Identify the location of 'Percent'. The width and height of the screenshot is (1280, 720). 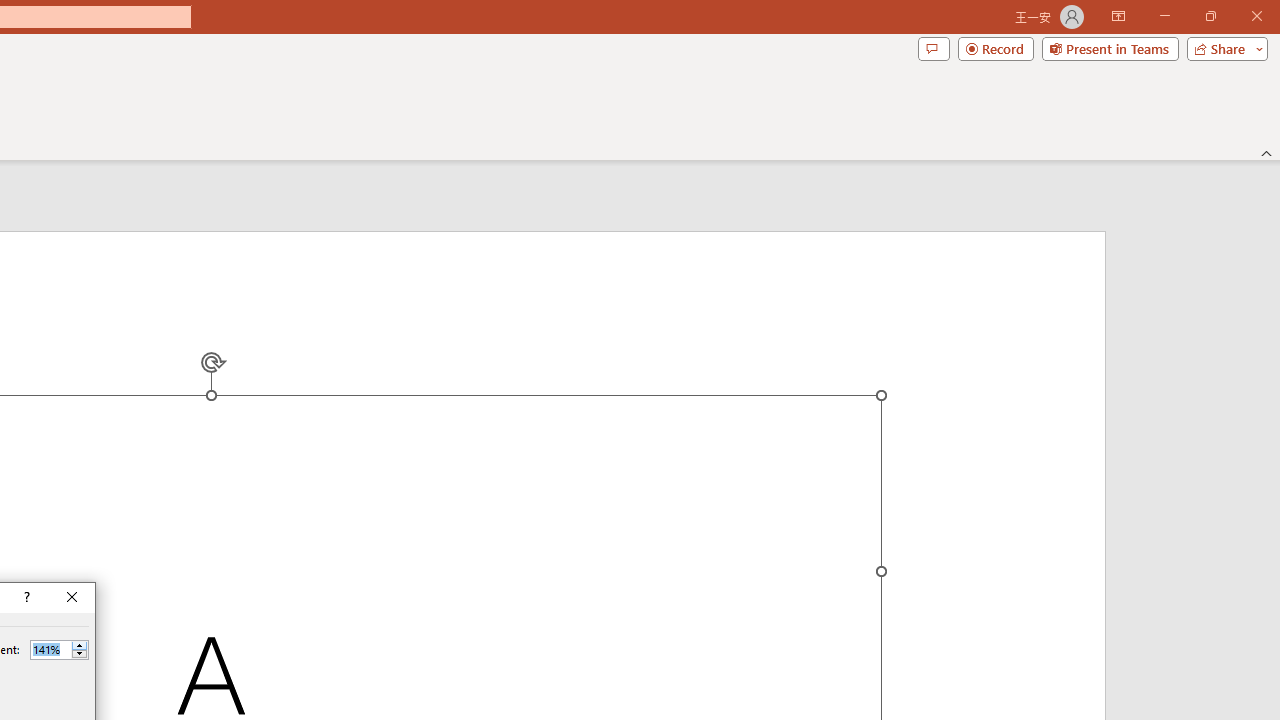
(59, 650).